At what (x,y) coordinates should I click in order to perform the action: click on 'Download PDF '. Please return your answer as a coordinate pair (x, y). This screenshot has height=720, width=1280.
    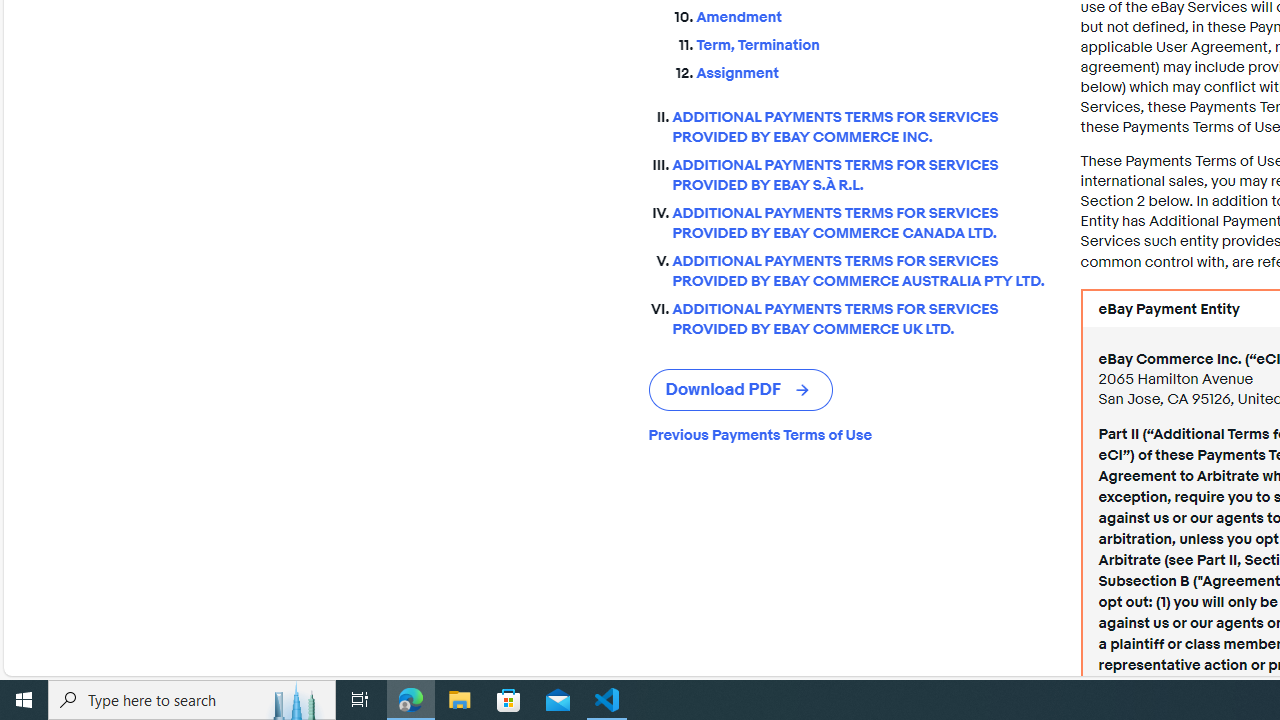
    Looking at the image, I should click on (740, 390).